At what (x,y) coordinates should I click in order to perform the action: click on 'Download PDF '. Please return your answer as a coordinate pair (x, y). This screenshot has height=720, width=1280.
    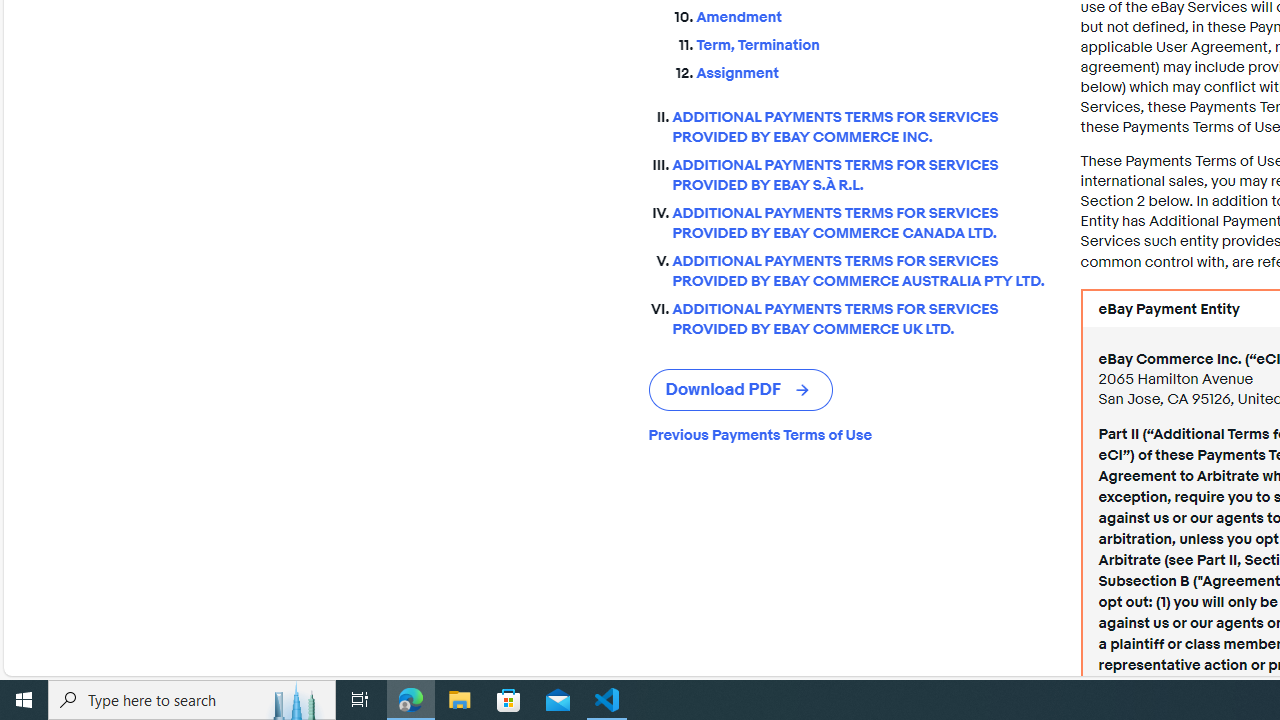
    Looking at the image, I should click on (740, 390).